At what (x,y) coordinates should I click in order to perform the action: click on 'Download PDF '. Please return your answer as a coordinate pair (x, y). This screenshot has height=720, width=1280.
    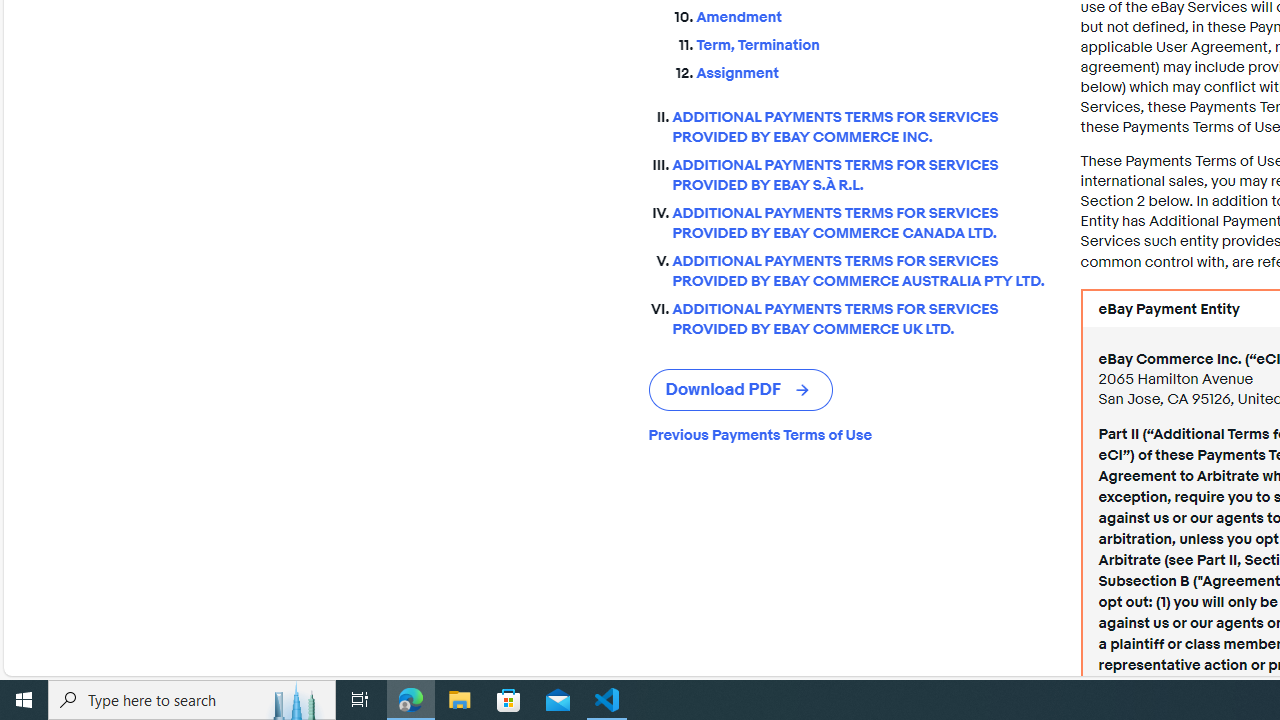
    Looking at the image, I should click on (740, 390).